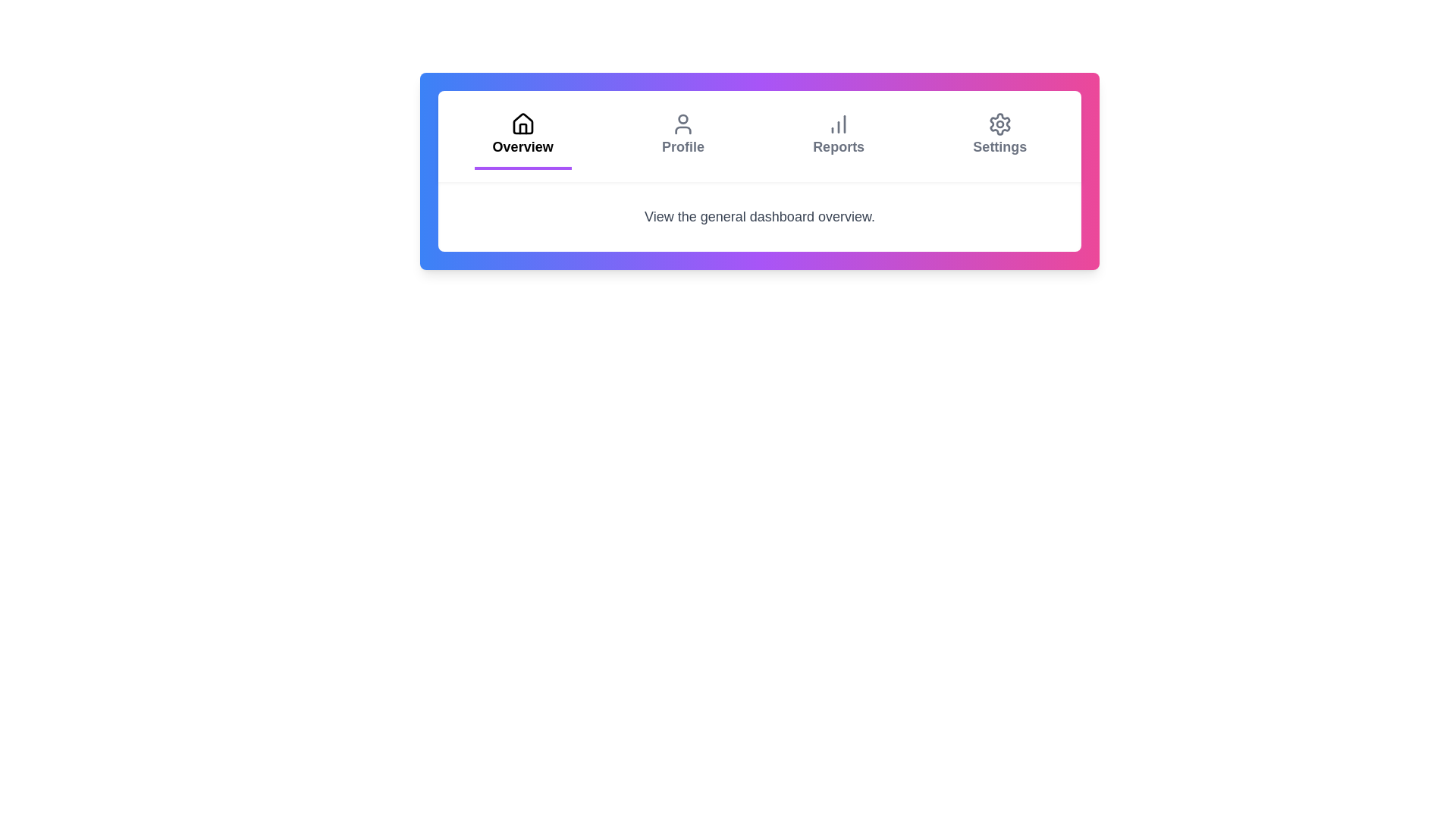 The height and width of the screenshot is (819, 1456). I want to click on the 'Settings' text label located in the top-right portion of the navigation bar, which is styled in gray and is the last item in the menu, so click(999, 146).